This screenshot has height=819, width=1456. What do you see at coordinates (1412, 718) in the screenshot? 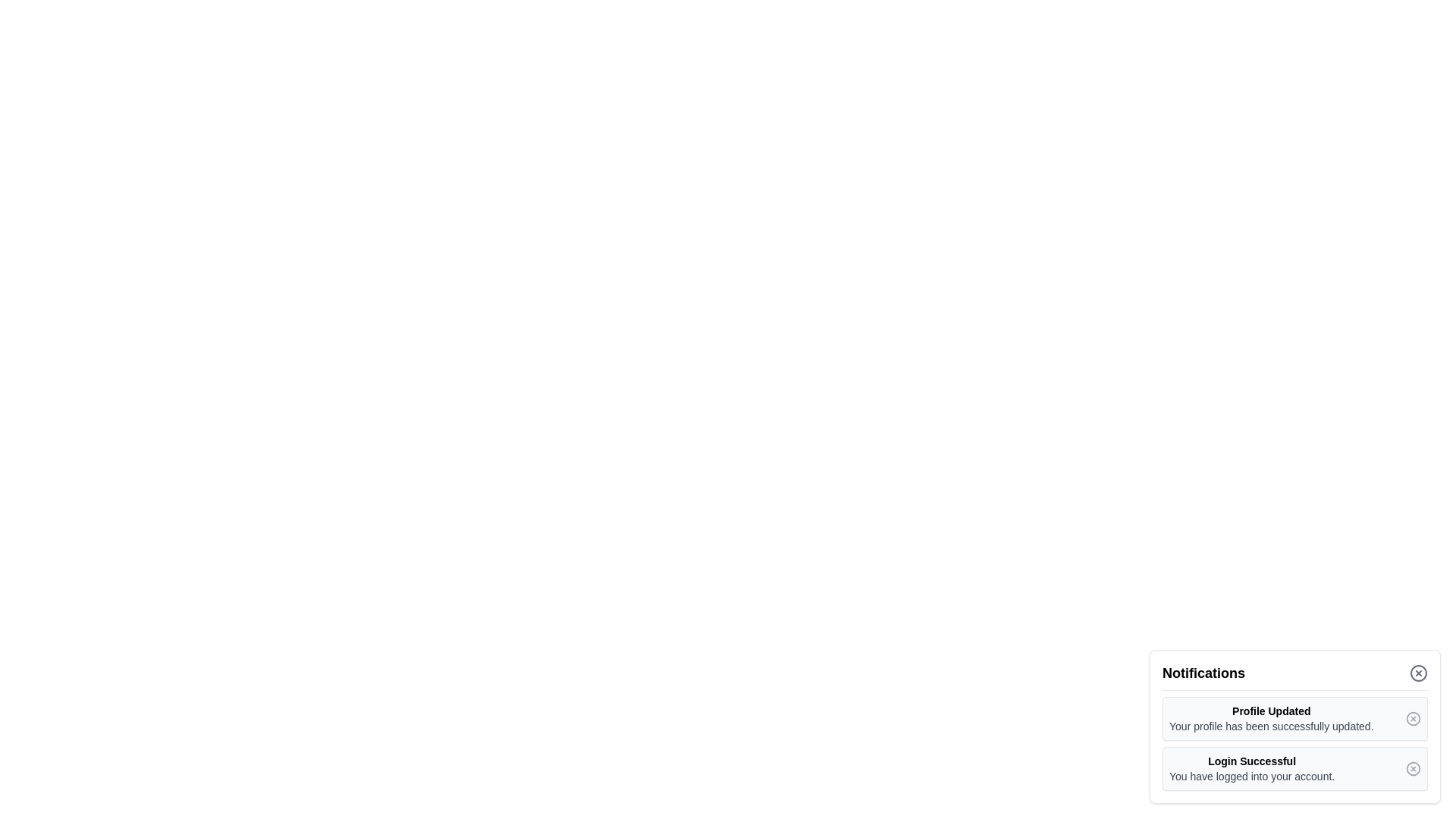
I see `the circular graphical element that is part of the close button for the notification titled 'Profile Updated', which is located at the top right corner of the first notification in the list` at bounding box center [1412, 718].